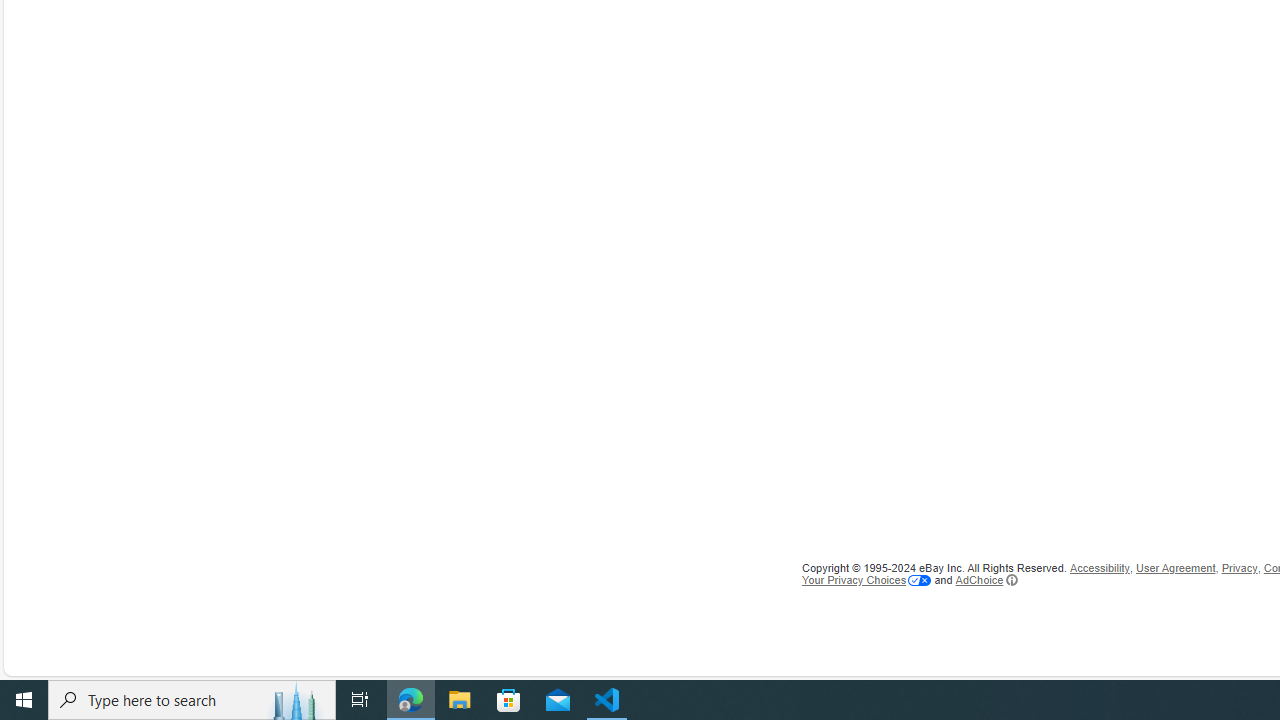 Image resolution: width=1280 pixels, height=720 pixels. Describe the element at coordinates (867, 579) in the screenshot. I see `'Your Privacy Choices'` at that location.